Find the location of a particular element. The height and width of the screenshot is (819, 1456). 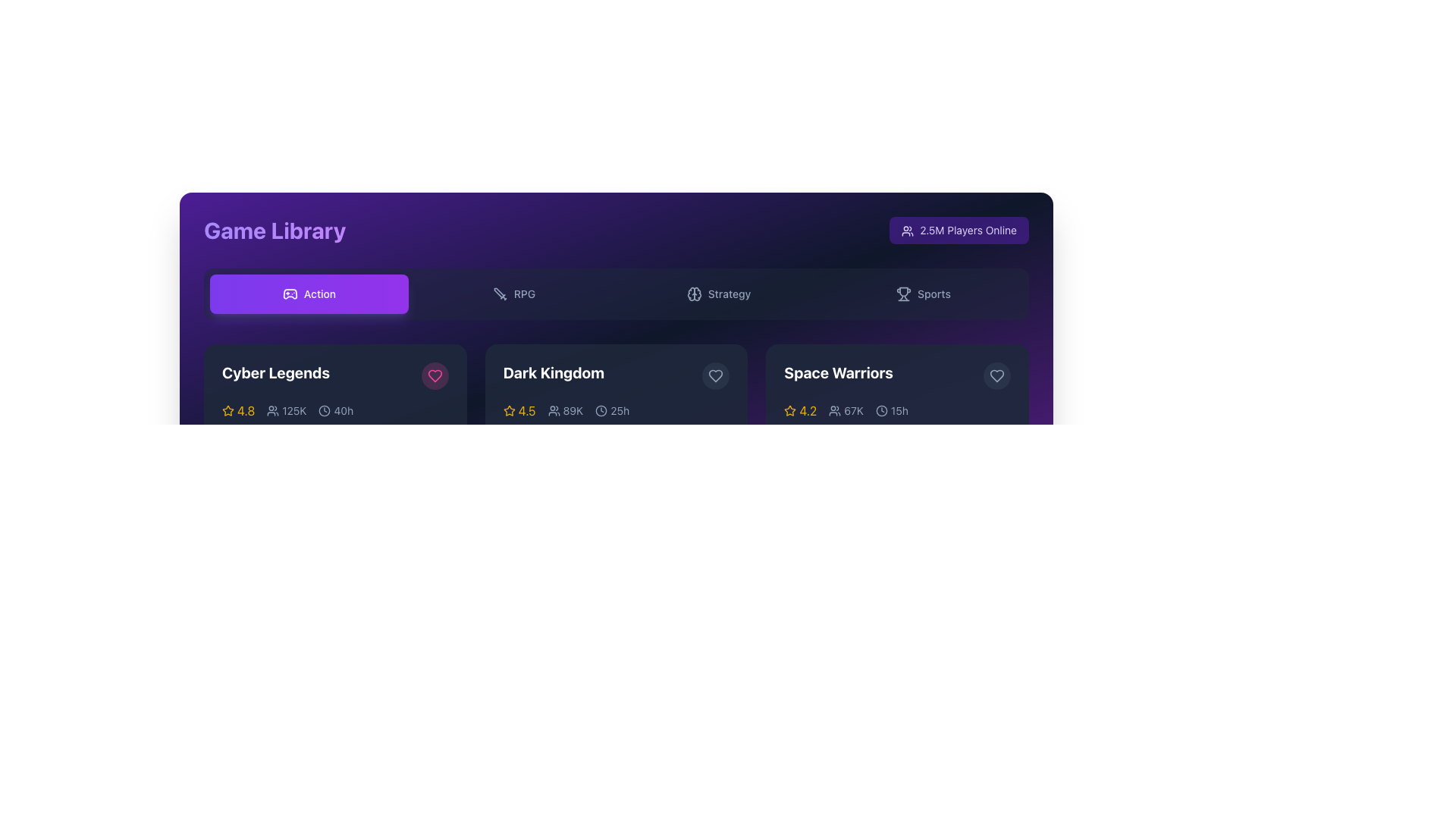

the text and icon pair indicating estimated time for 'Cyber Legends' located in the bottom row of indicators following the user count '125K' is located at coordinates (334, 411).